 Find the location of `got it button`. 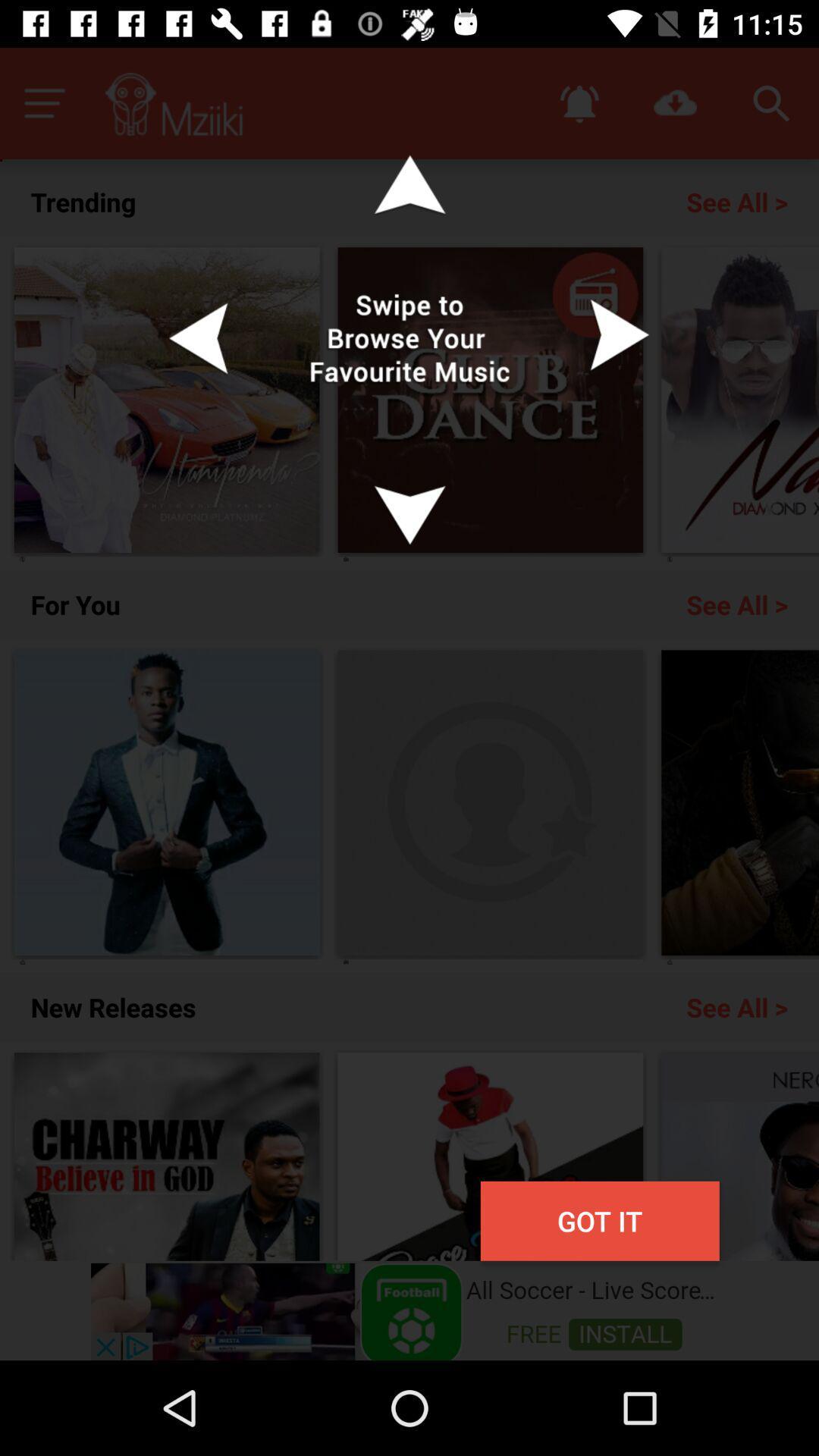

got it button is located at coordinates (599, 1221).